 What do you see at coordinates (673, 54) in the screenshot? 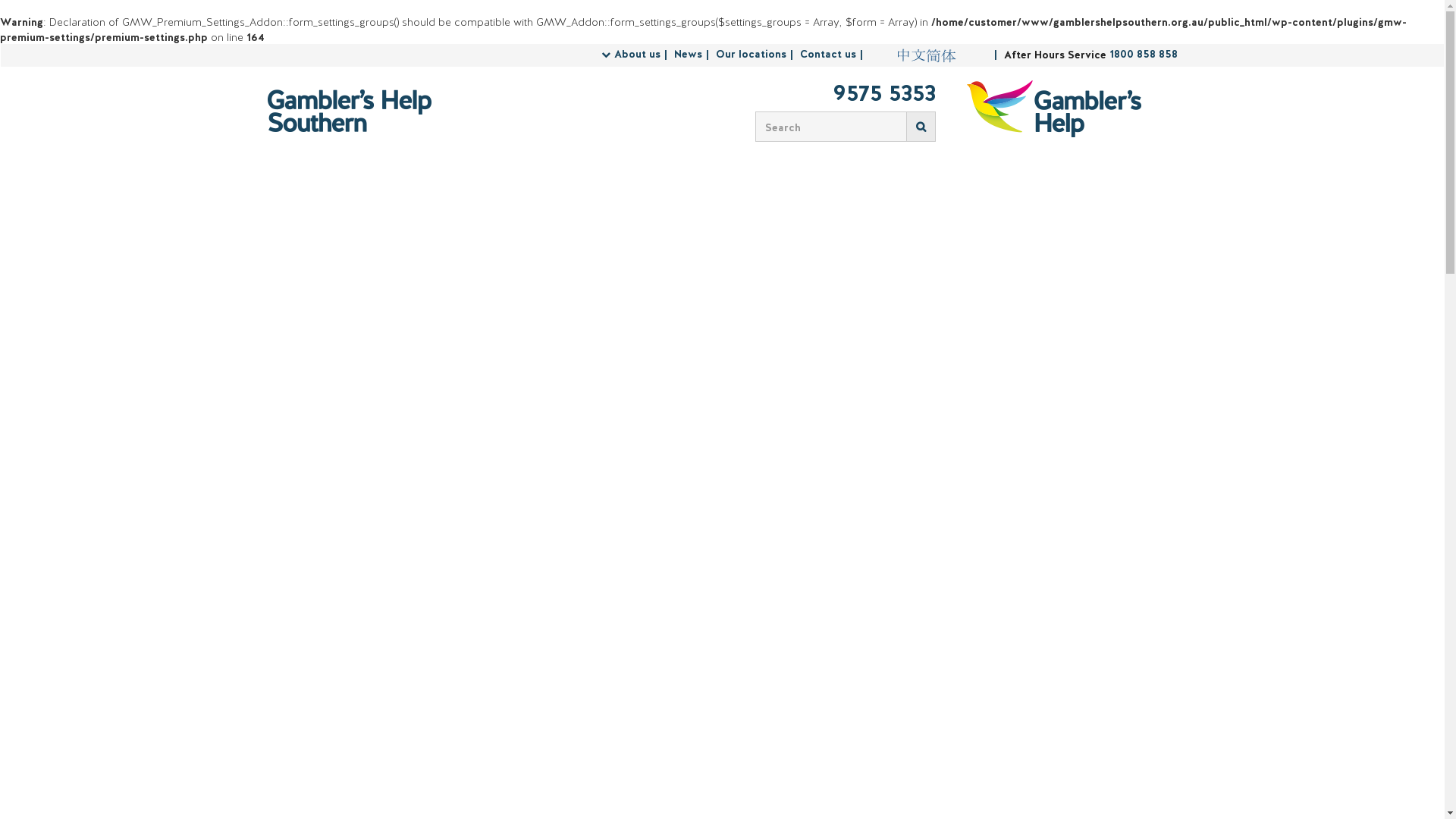
I see `'News'` at bounding box center [673, 54].